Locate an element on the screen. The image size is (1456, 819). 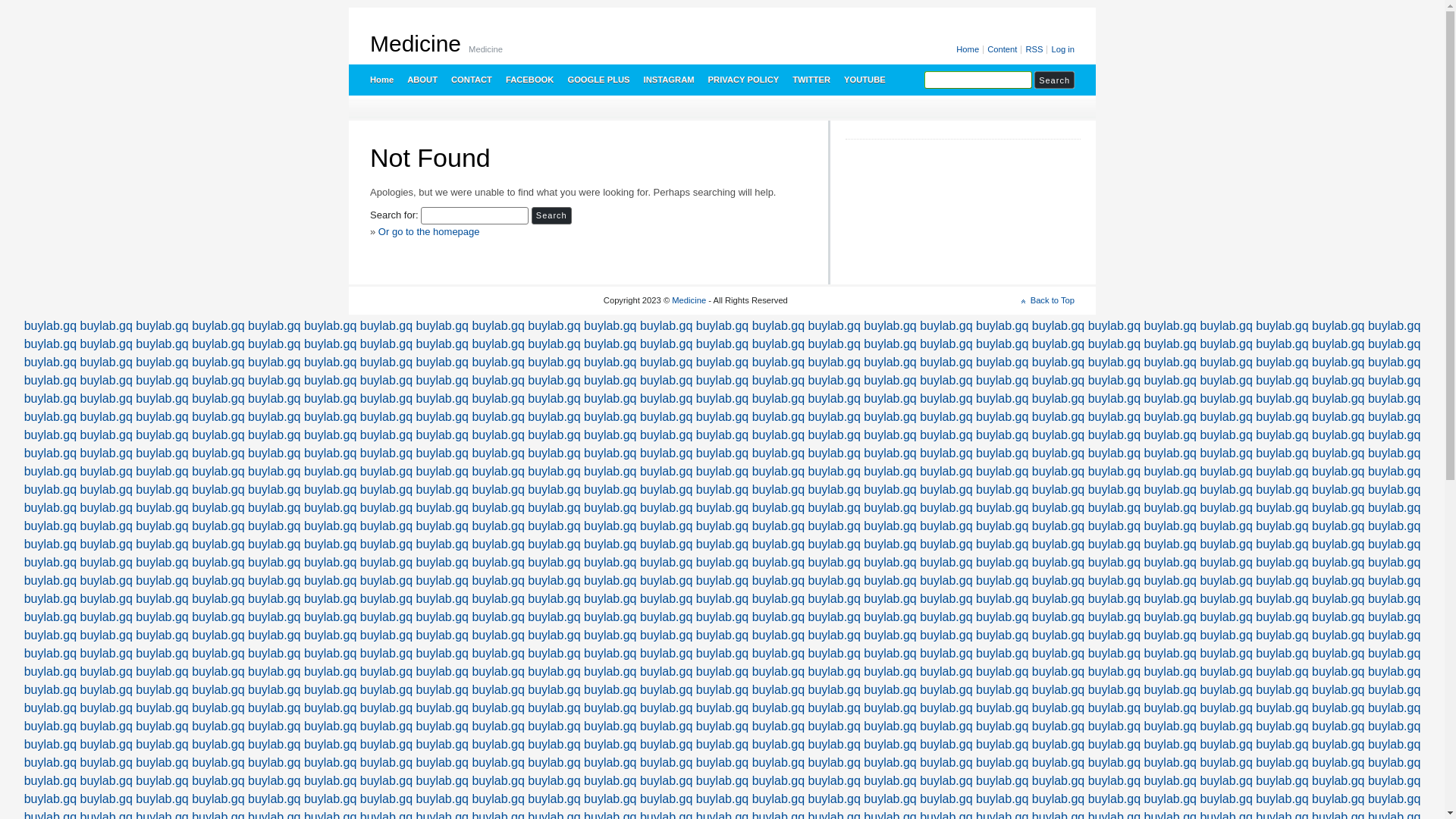
'Or go to the homepage' is located at coordinates (428, 231).